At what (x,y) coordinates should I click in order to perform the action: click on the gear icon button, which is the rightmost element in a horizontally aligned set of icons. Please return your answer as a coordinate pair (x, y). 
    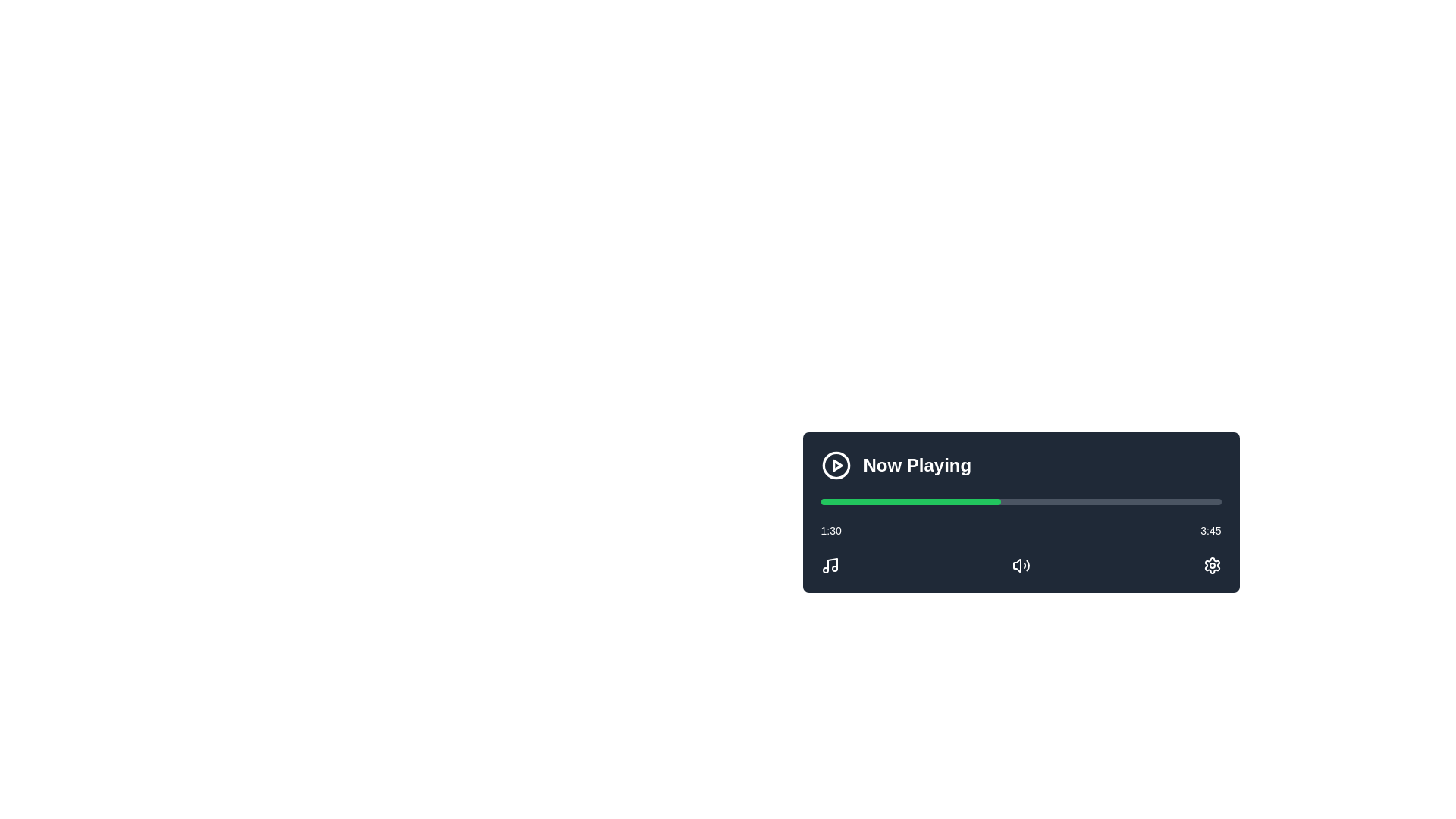
    Looking at the image, I should click on (1211, 565).